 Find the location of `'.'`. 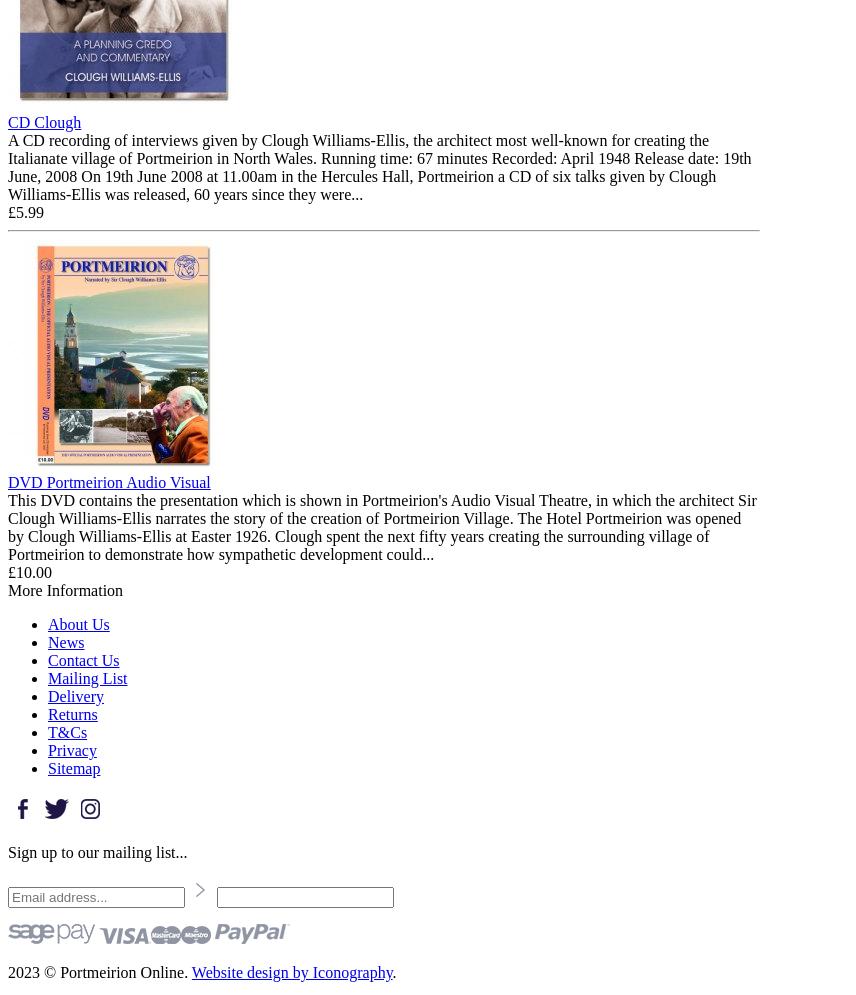

'.' is located at coordinates (393, 970).